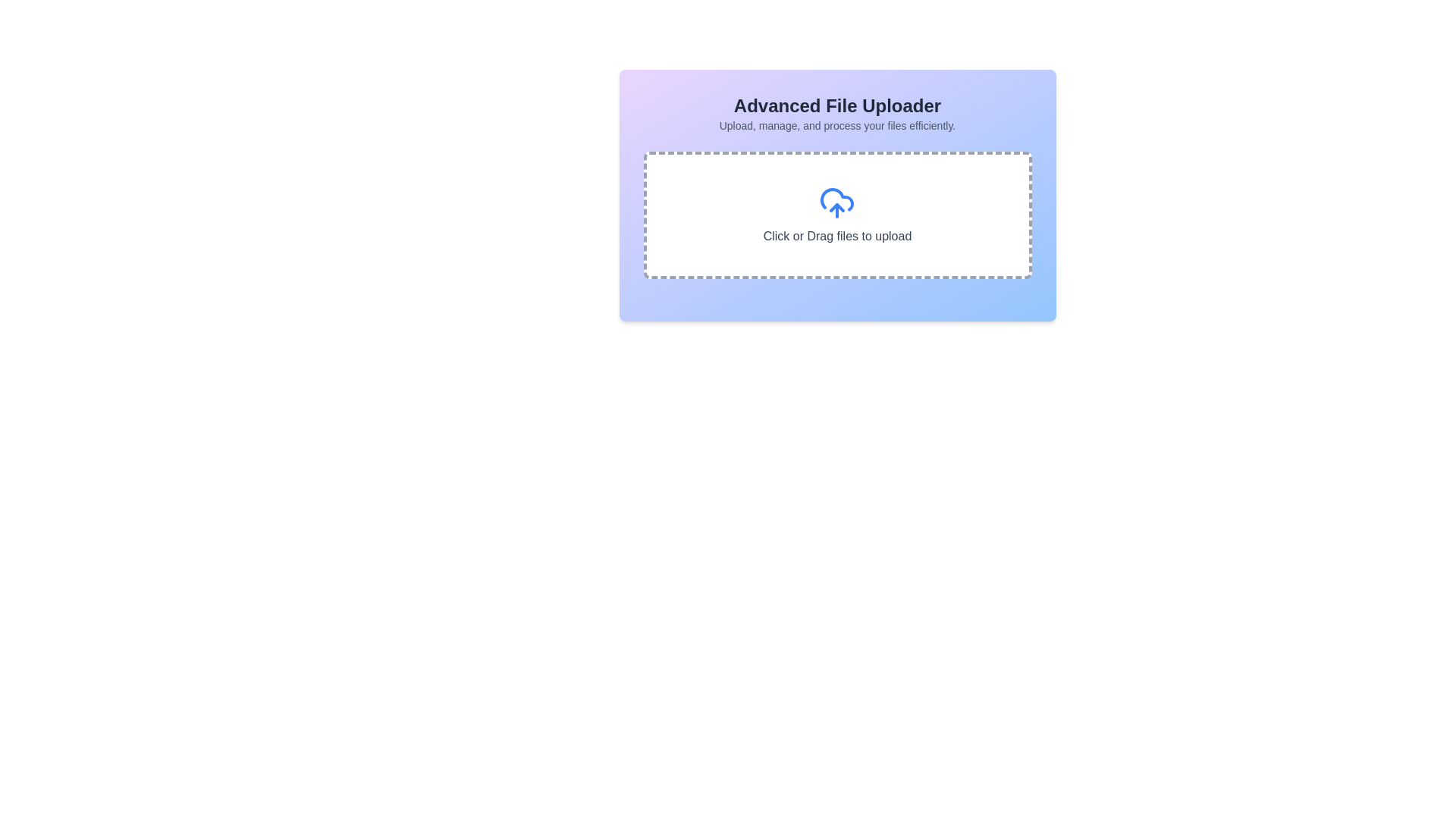  What do you see at coordinates (836, 124) in the screenshot?
I see `the Text label that provides additional descriptive information about the file uploader feature, positioned below the 'Advanced File Uploader' title` at bounding box center [836, 124].